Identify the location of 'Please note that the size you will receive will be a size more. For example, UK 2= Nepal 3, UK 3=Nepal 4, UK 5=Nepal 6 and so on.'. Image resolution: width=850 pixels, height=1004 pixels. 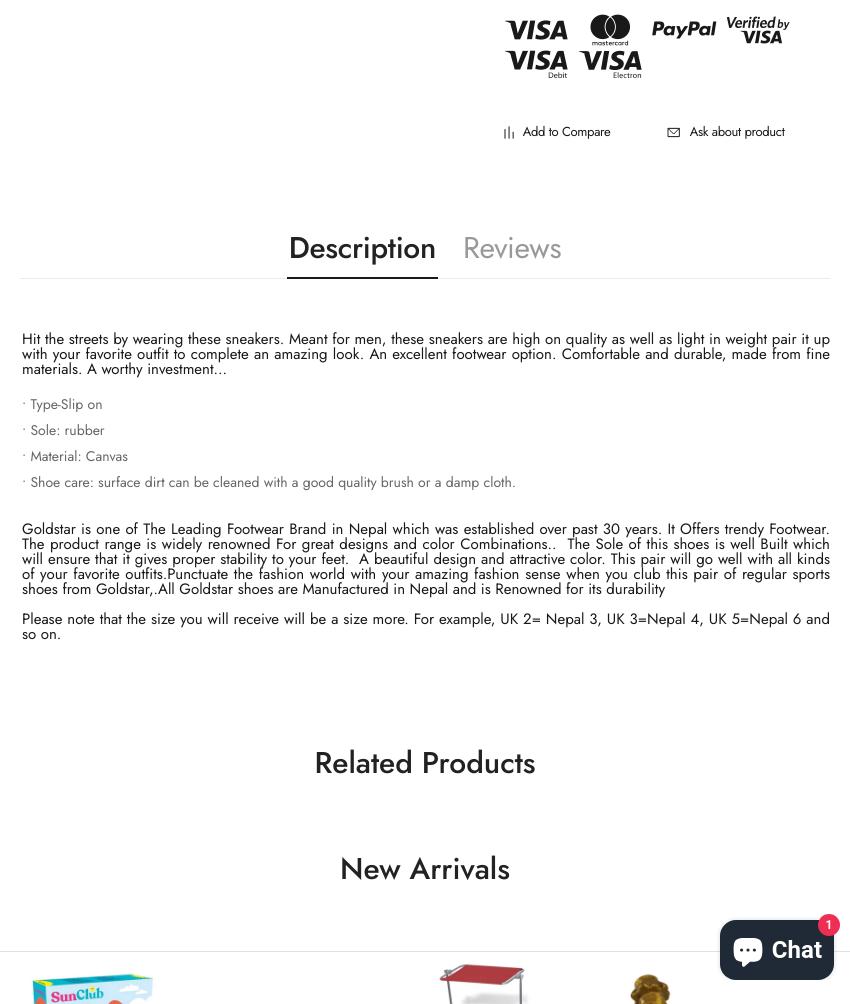
(425, 626).